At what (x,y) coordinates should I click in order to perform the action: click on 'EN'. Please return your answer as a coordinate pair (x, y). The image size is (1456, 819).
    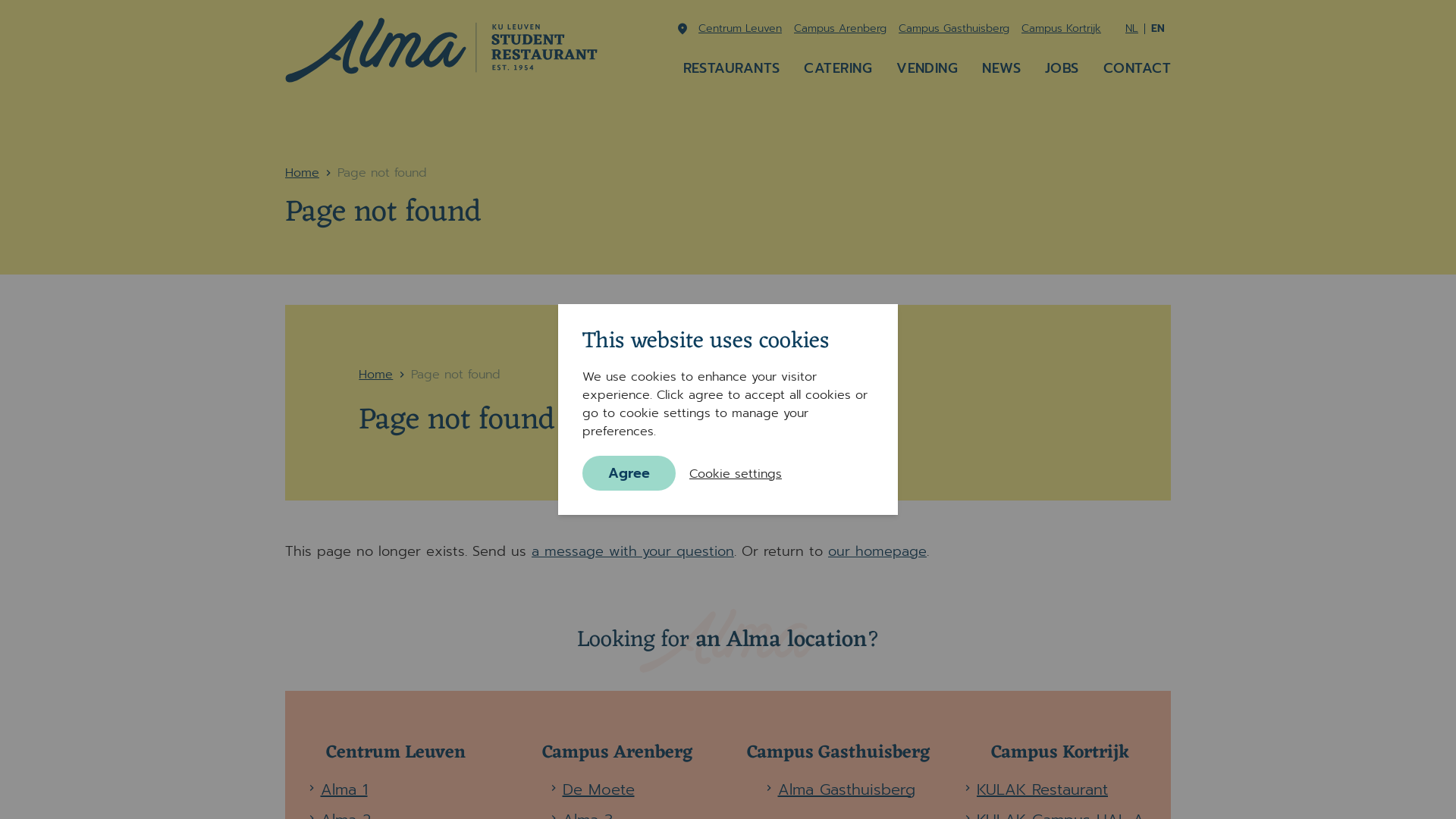
    Looking at the image, I should click on (1150, 28).